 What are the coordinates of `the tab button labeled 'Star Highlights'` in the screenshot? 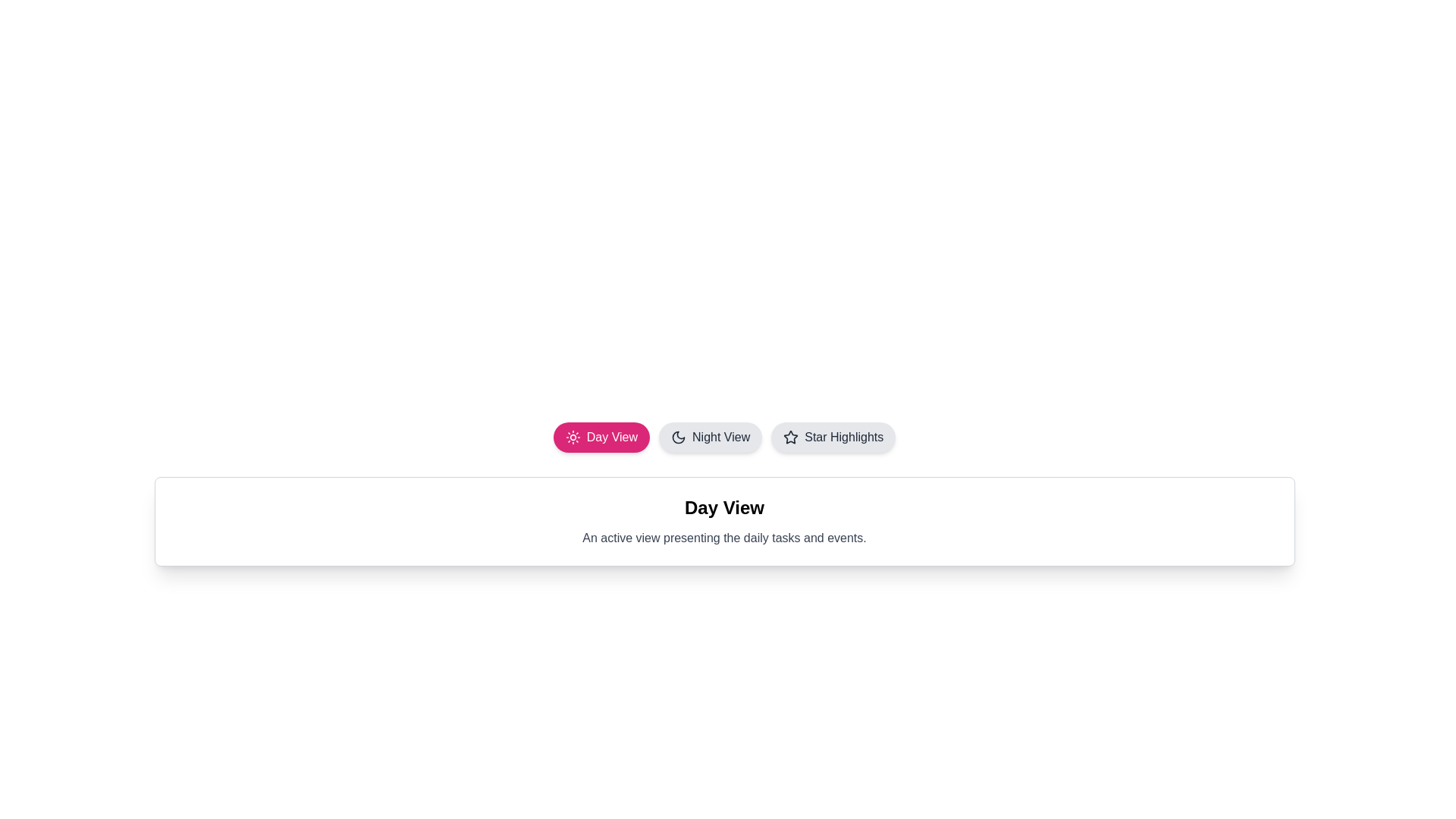 It's located at (833, 438).